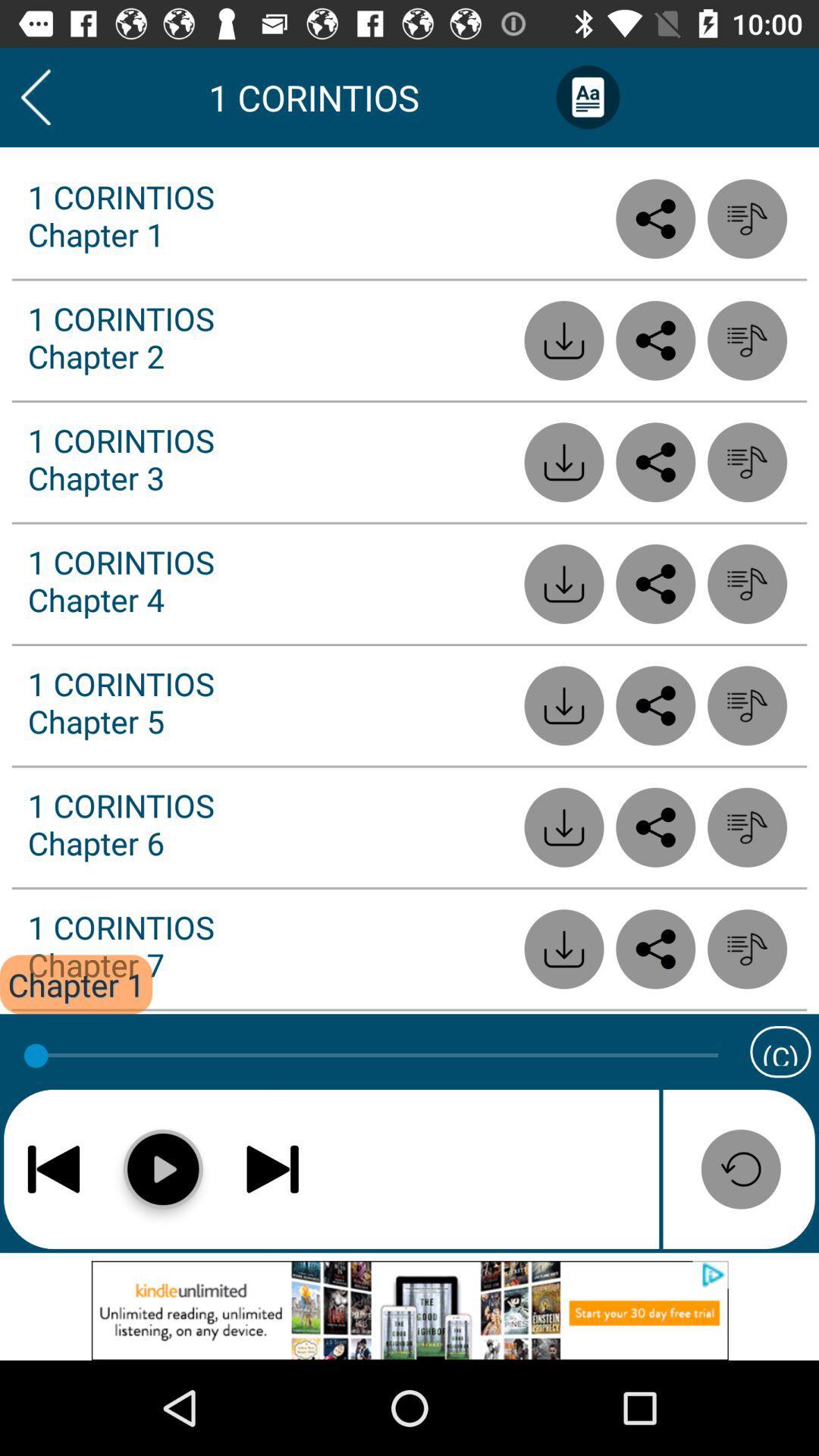  What do you see at coordinates (271, 1168) in the screenshot?
I see `next` at bounding box center [271, 1168].